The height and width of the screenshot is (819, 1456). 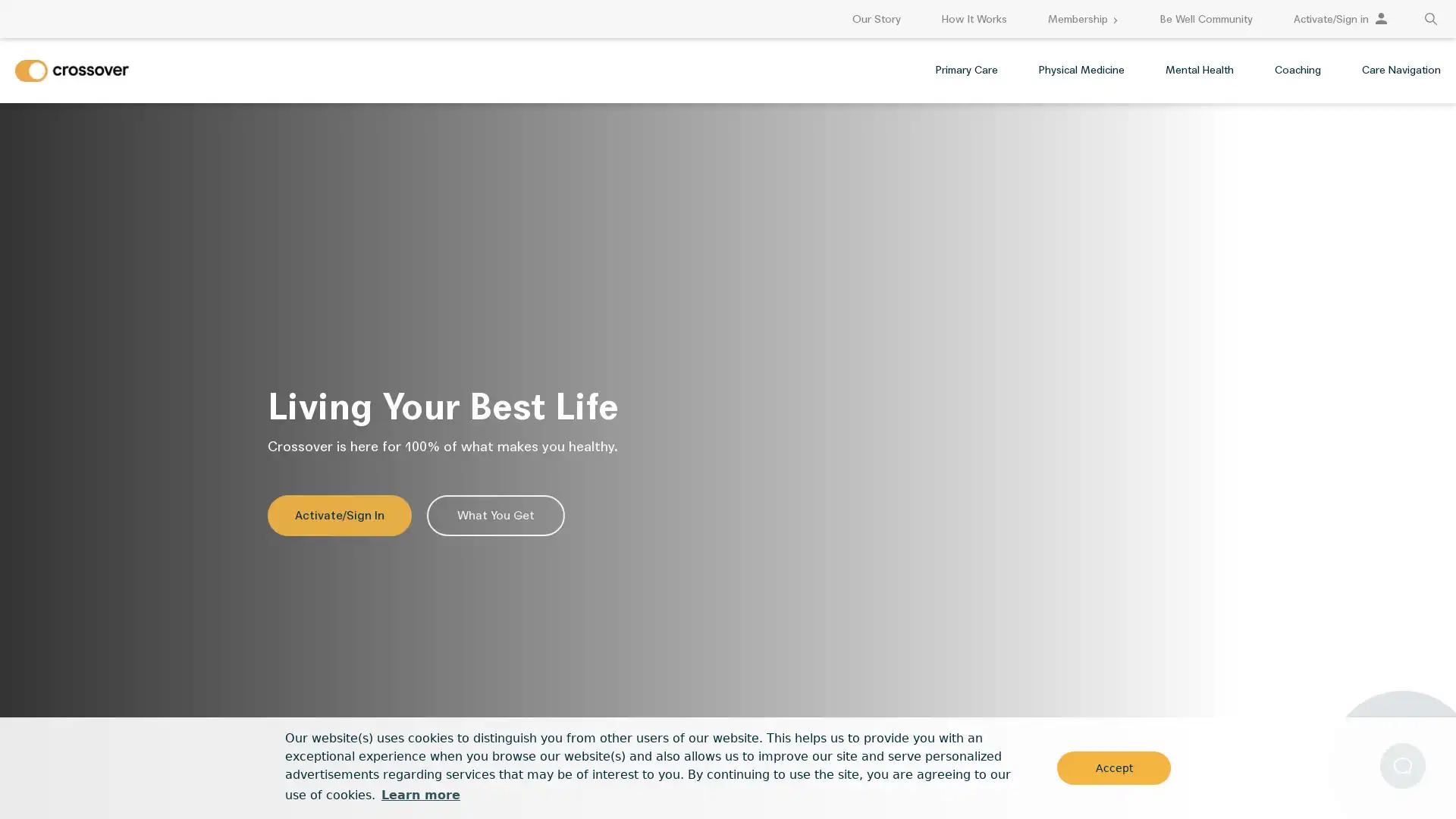 I want to click on dismiss cookie message, so click(x=1113, y=767).